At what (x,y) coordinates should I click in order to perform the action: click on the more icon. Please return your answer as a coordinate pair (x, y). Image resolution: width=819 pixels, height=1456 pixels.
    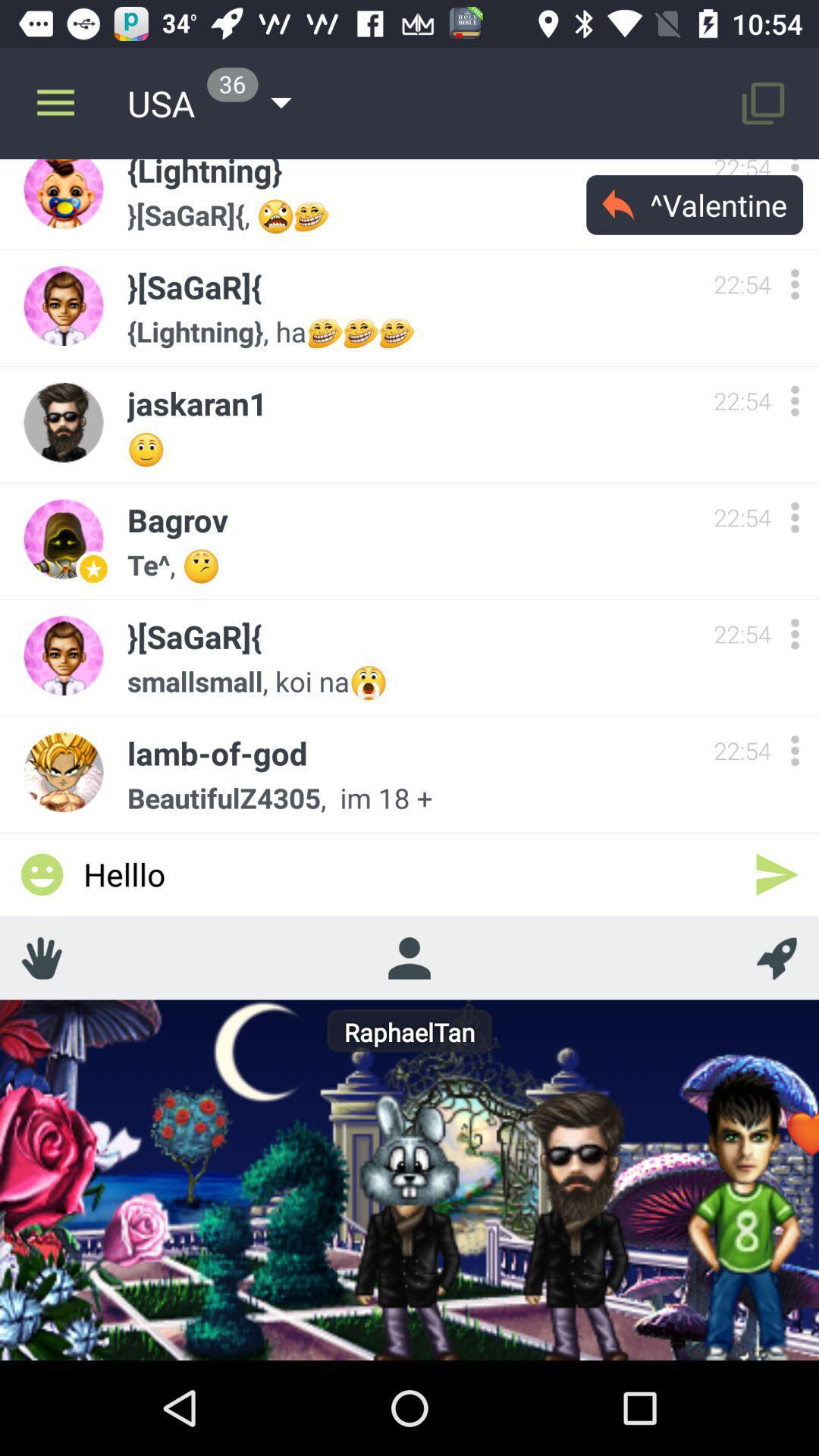
    Looking at the image, I should click on (794, 400).